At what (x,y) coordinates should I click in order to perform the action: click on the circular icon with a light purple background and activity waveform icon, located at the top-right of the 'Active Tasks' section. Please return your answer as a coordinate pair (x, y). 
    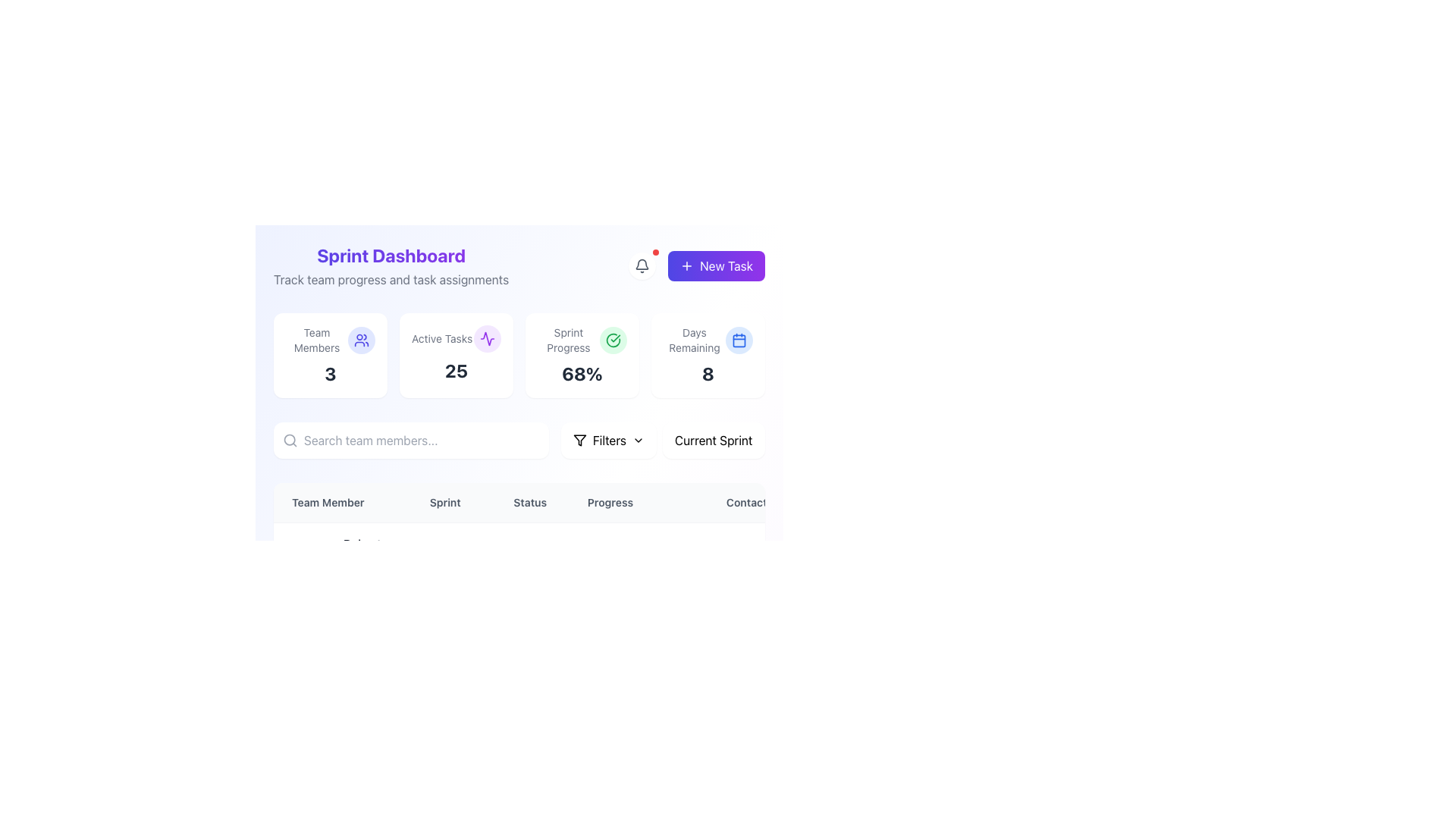
    Looking at the image, I should click on (488, 338).